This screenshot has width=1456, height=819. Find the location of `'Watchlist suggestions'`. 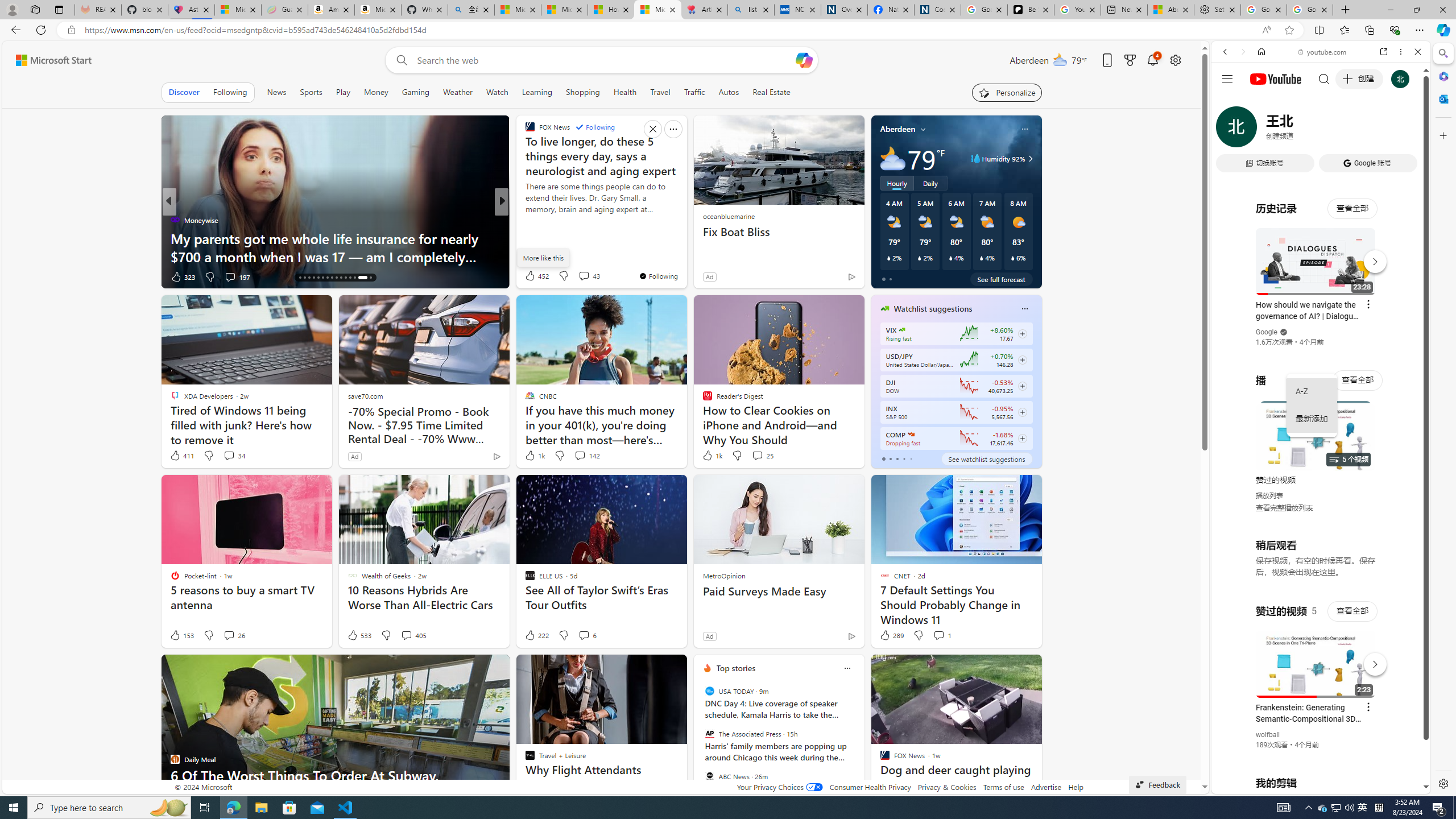

'Watchlist suggestions' is located at coordinates (932, 308).